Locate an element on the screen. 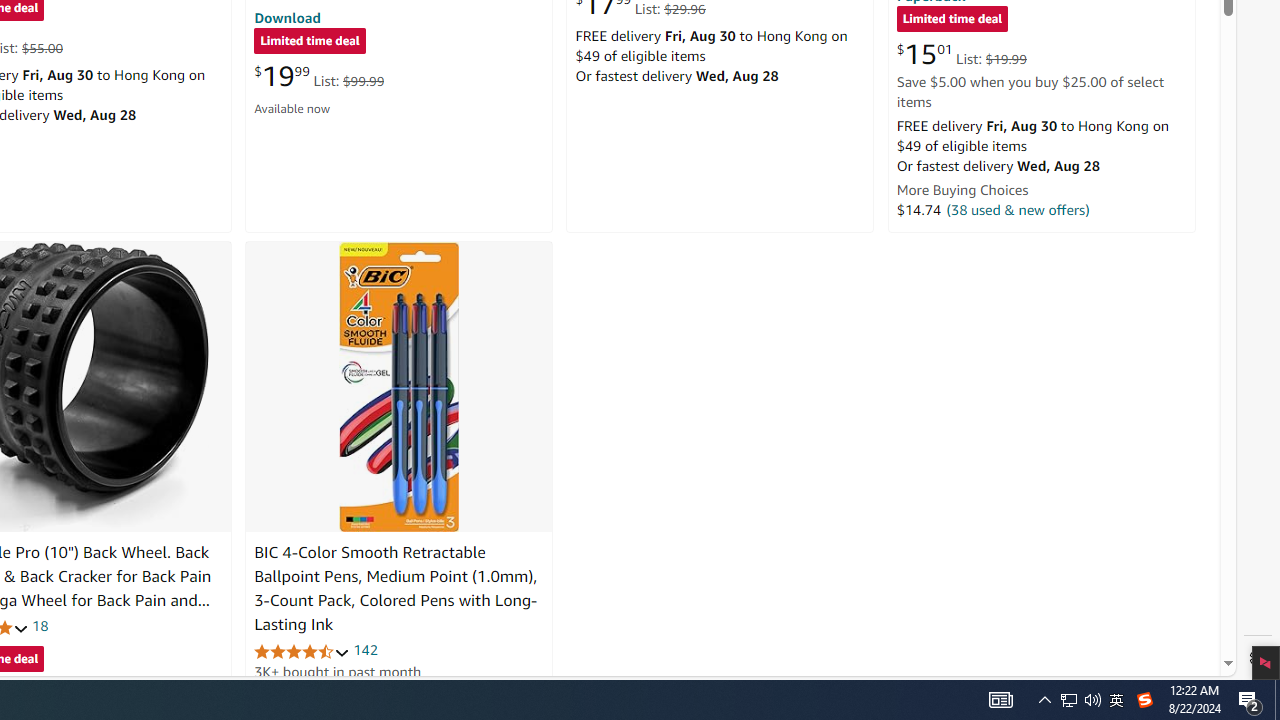 The height and width of the screenshot is (720, 1280). '142' is located at coordinates (365, 650).